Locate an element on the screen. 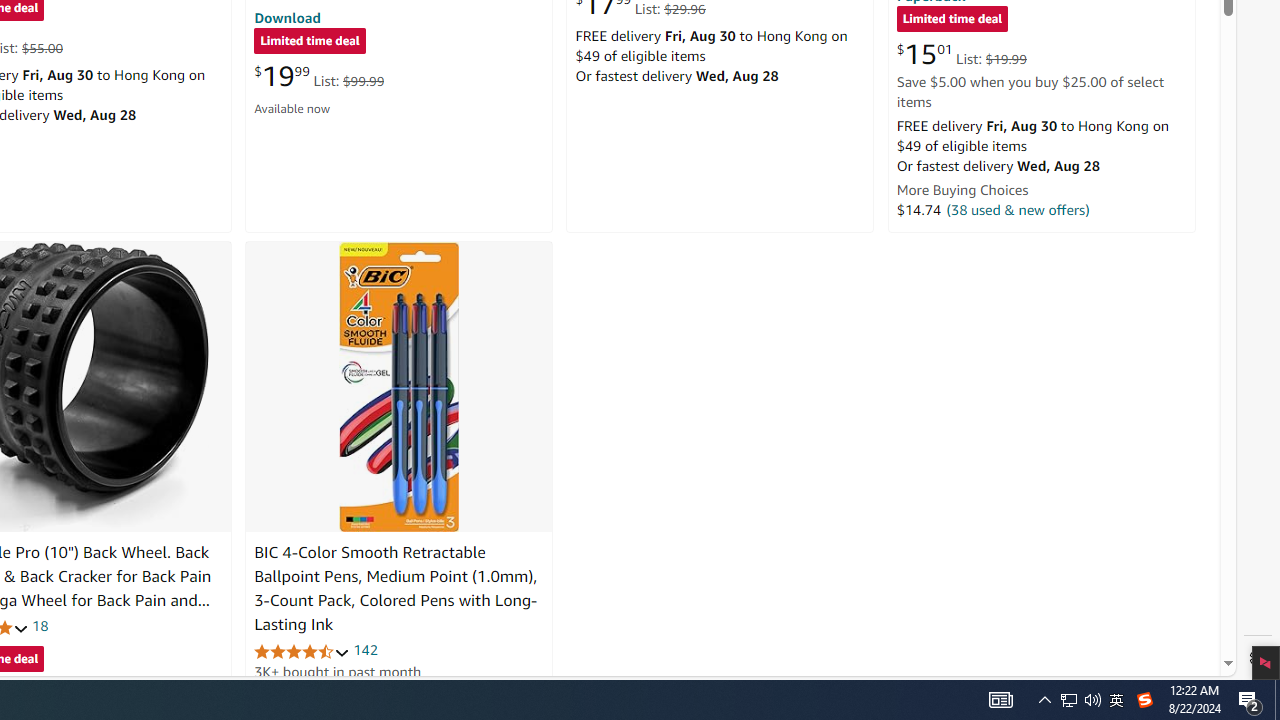 The height and width of the screenshot is (720, 1280). '142' is located at coordinates (365, 650).